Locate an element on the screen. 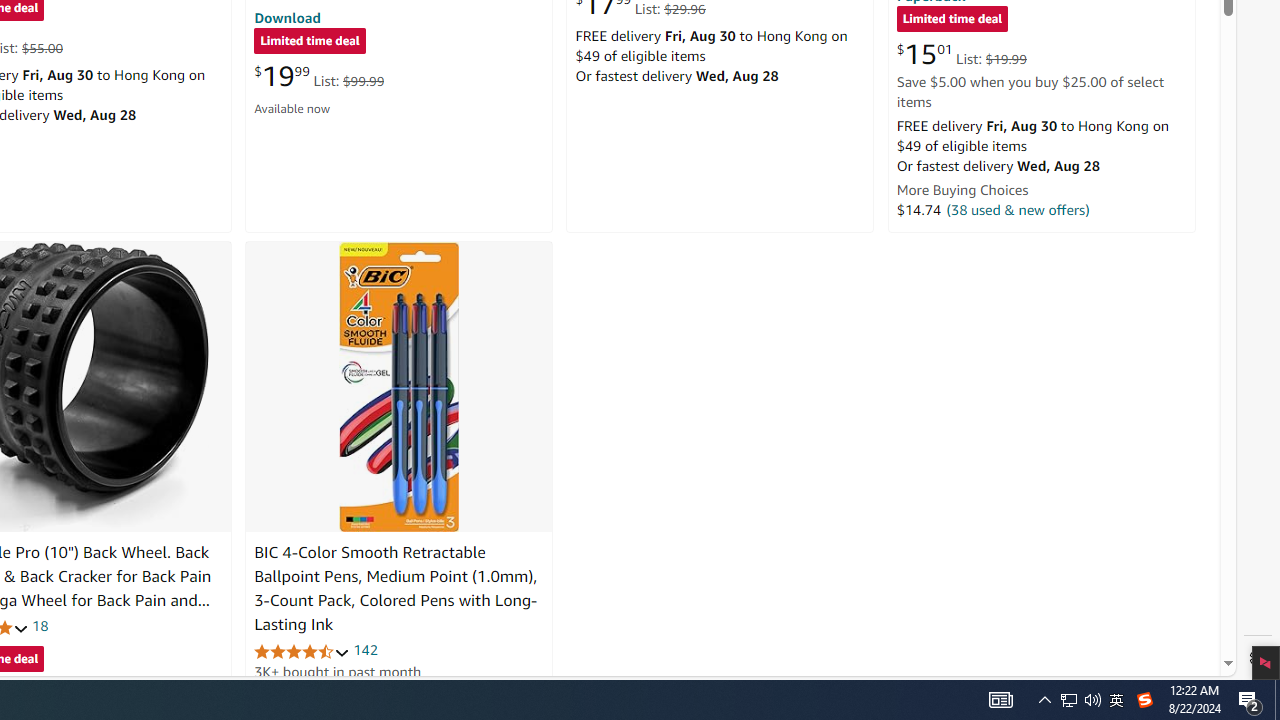 The height and width of the screenshot is (720, 1280). '142' is located at coordinates (365, 650).